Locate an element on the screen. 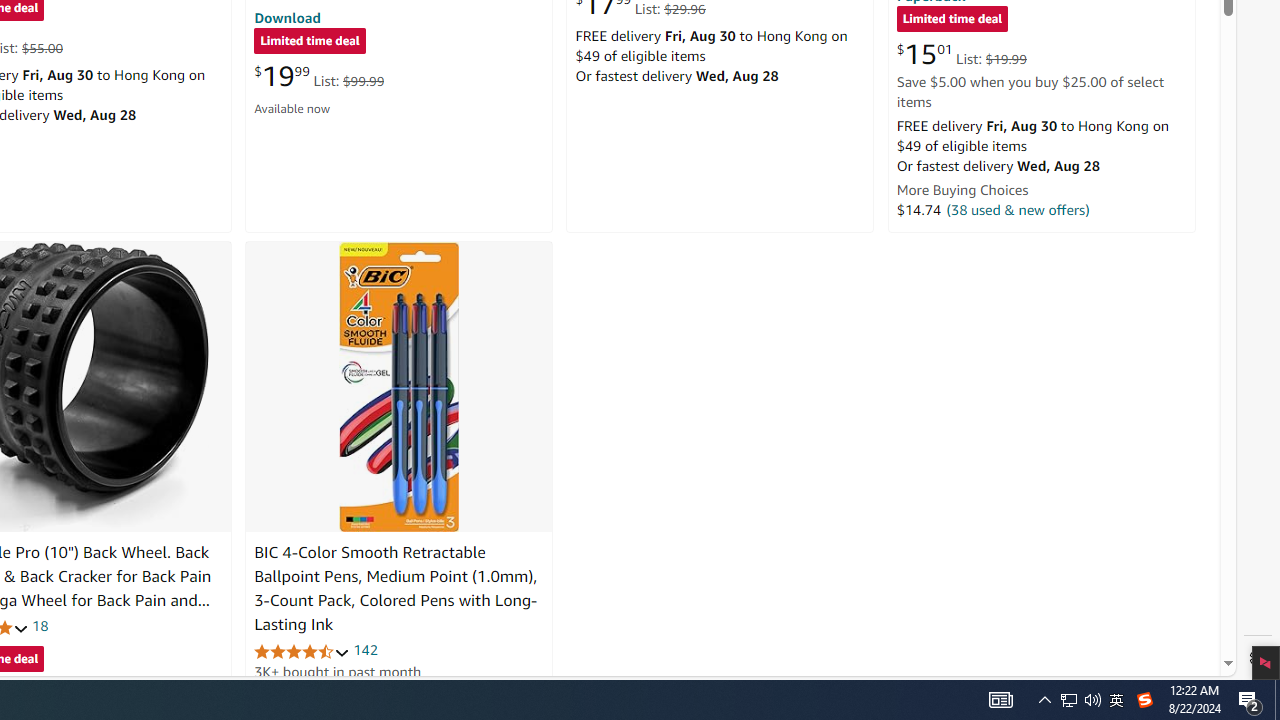 The height and width of the screenshot is (720, 1280). '142' is located at coordinates (365, 650).